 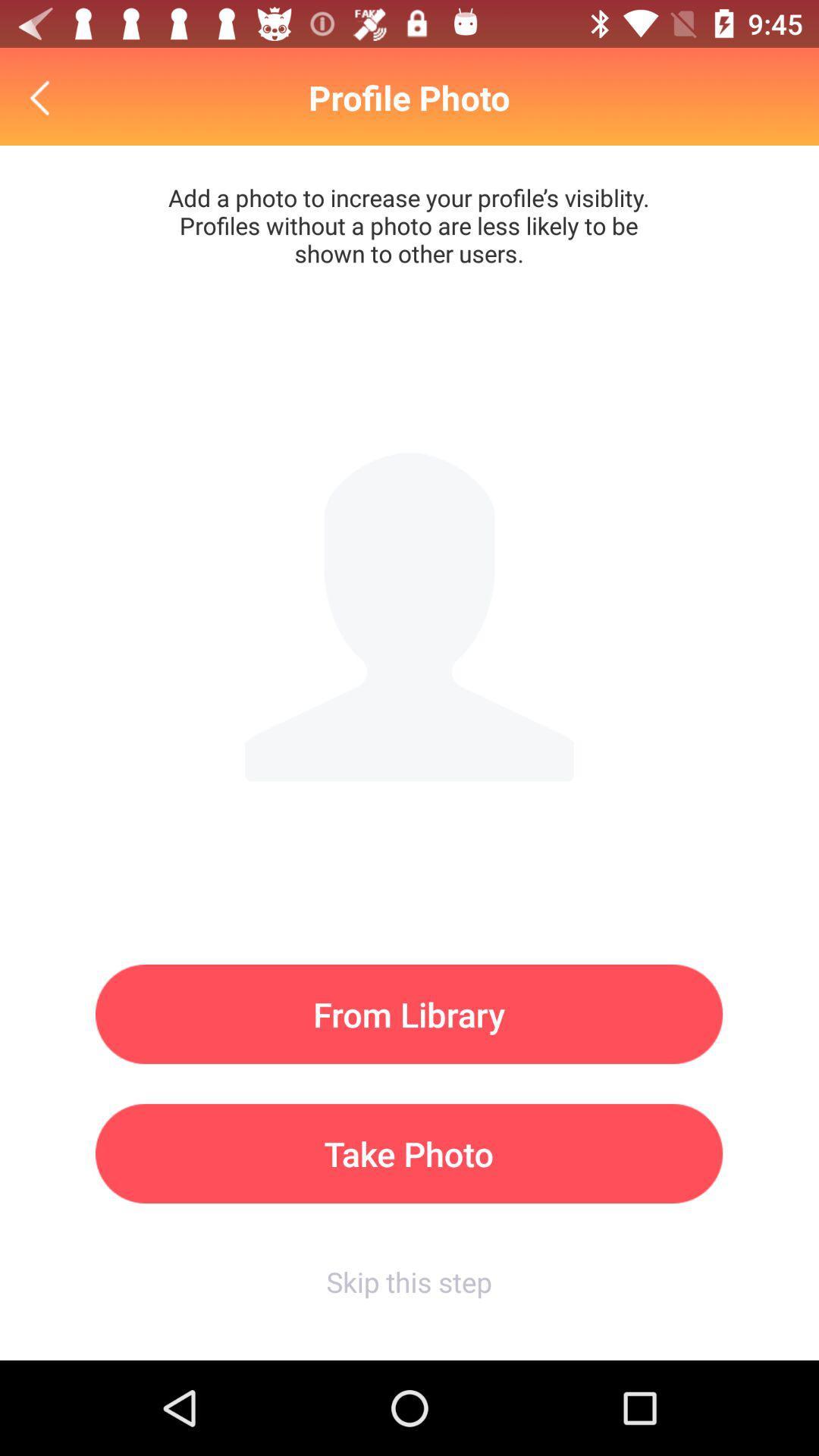 What do you see at coordinates (408, 1153) in the screenshot?
I see `item below the from library icon` at bounding box center [408, 1153].